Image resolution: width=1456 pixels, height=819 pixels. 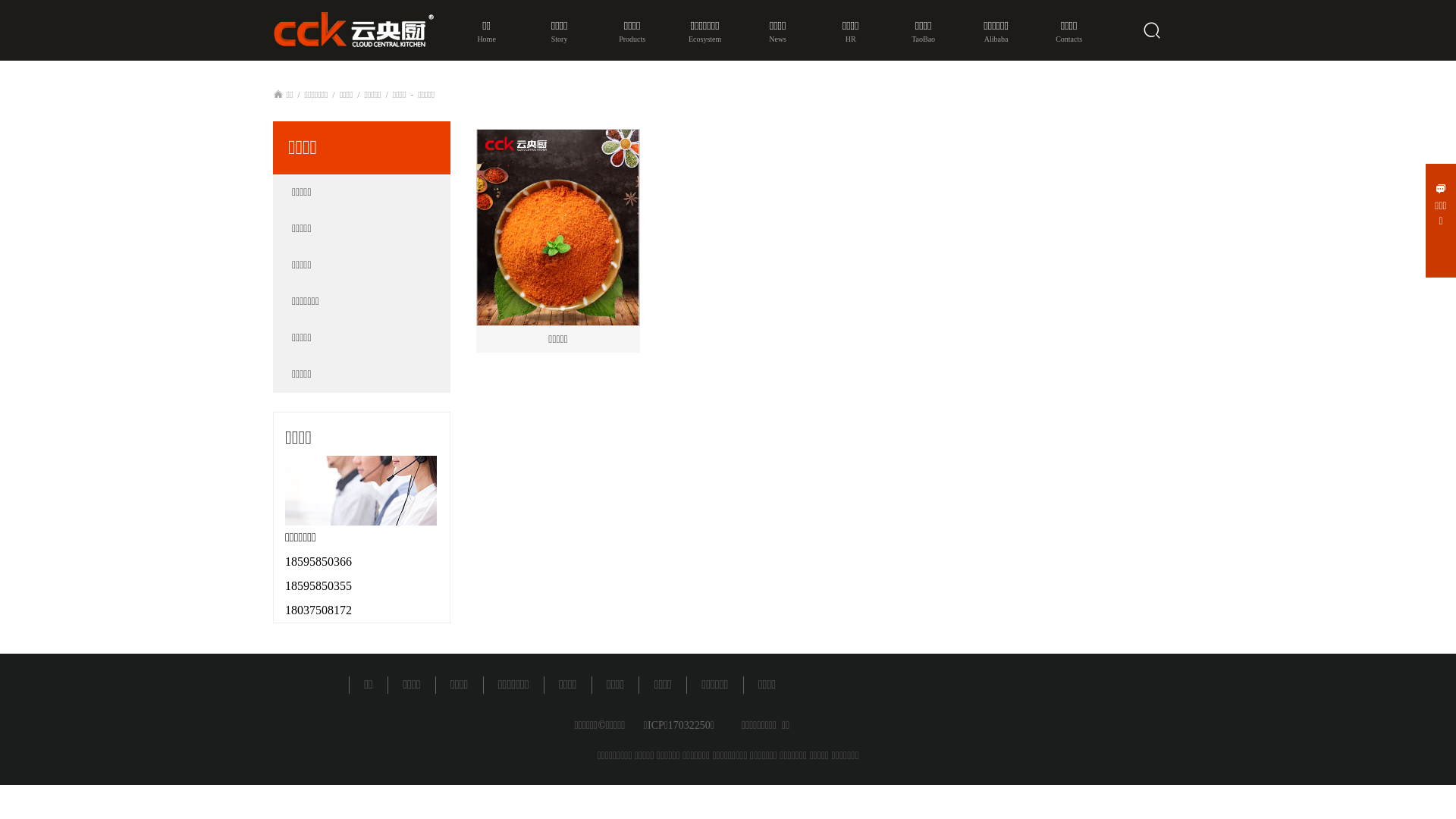 I want to click on '18037508172', so click(x=284, y=609).